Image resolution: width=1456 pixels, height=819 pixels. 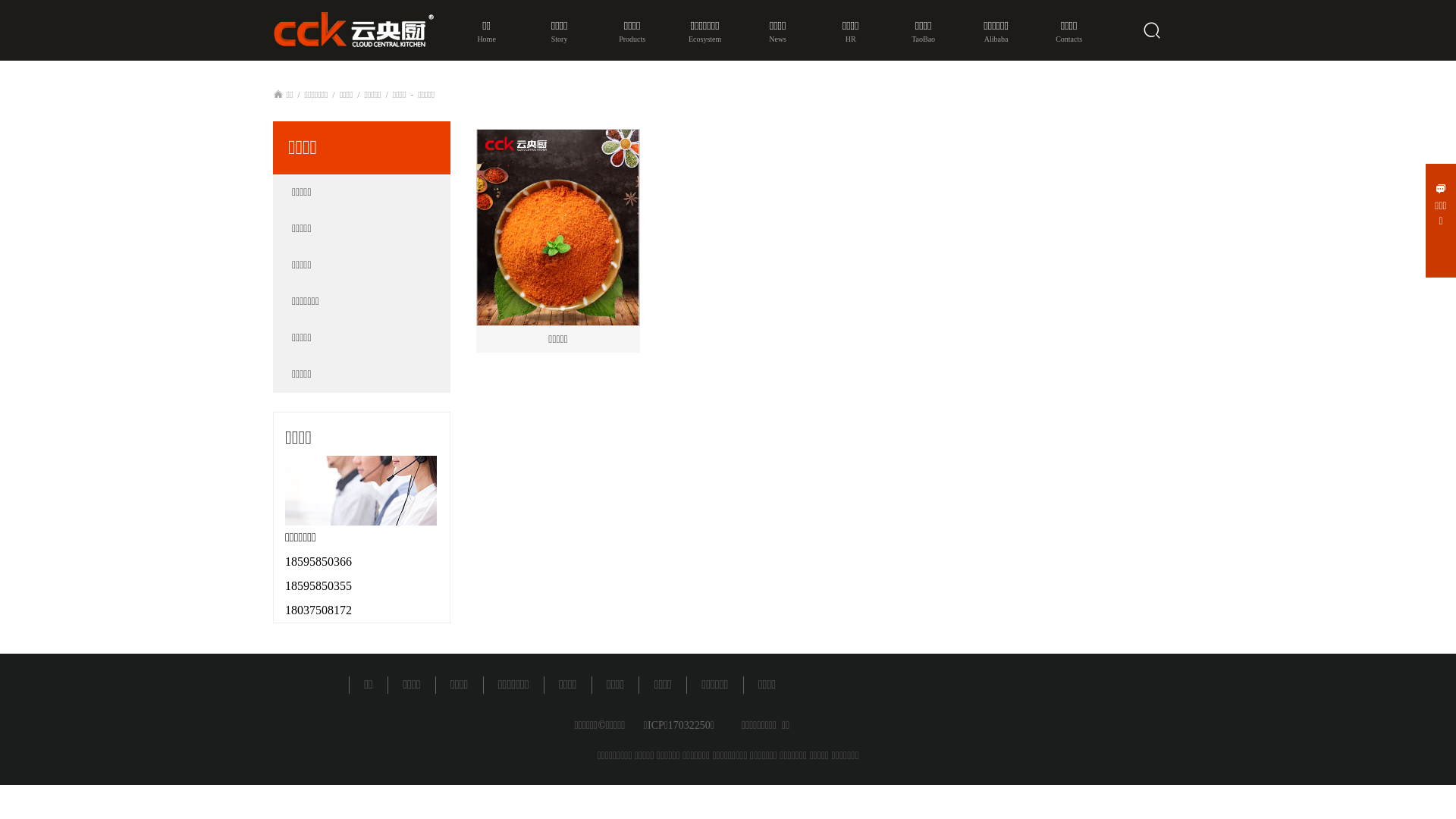 I want to click on '18037508172', so click(x=284, y=609).